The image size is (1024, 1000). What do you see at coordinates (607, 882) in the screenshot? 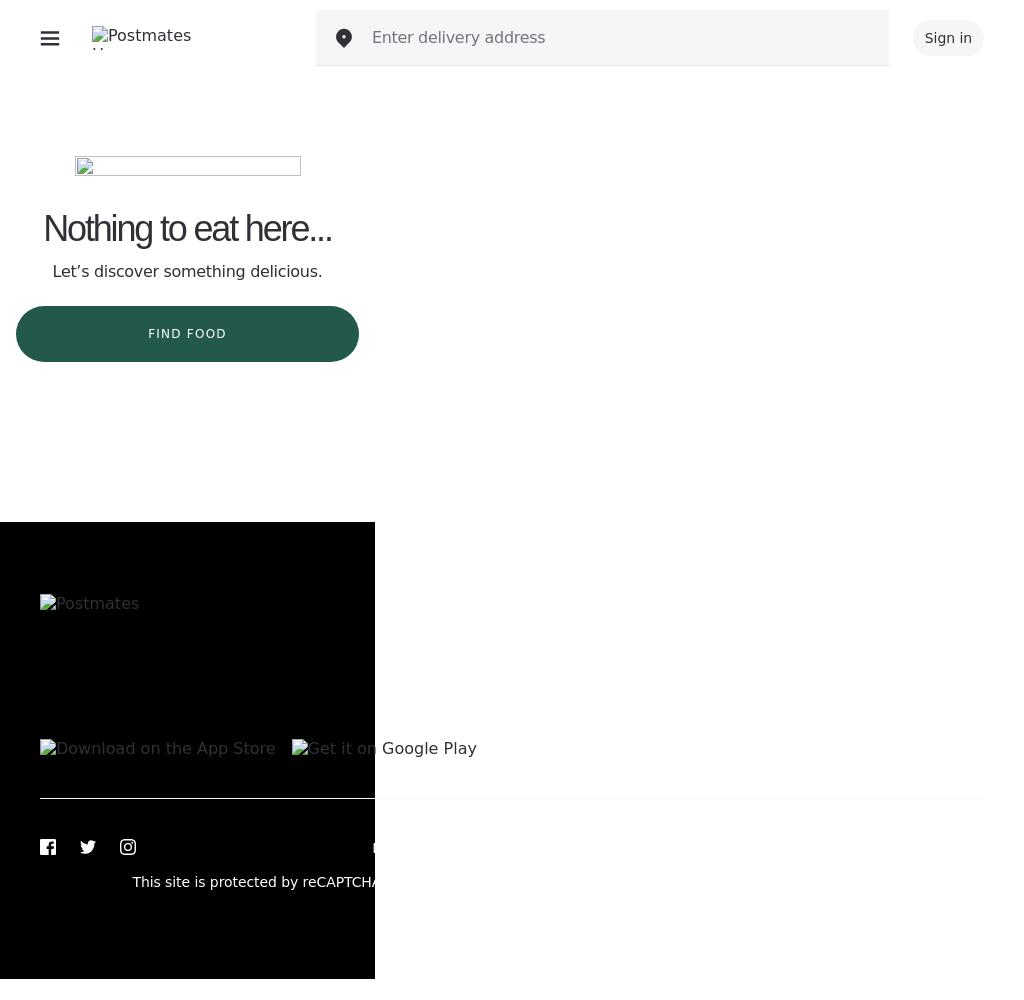
I see `'and'` at bounding box center [607, 882].